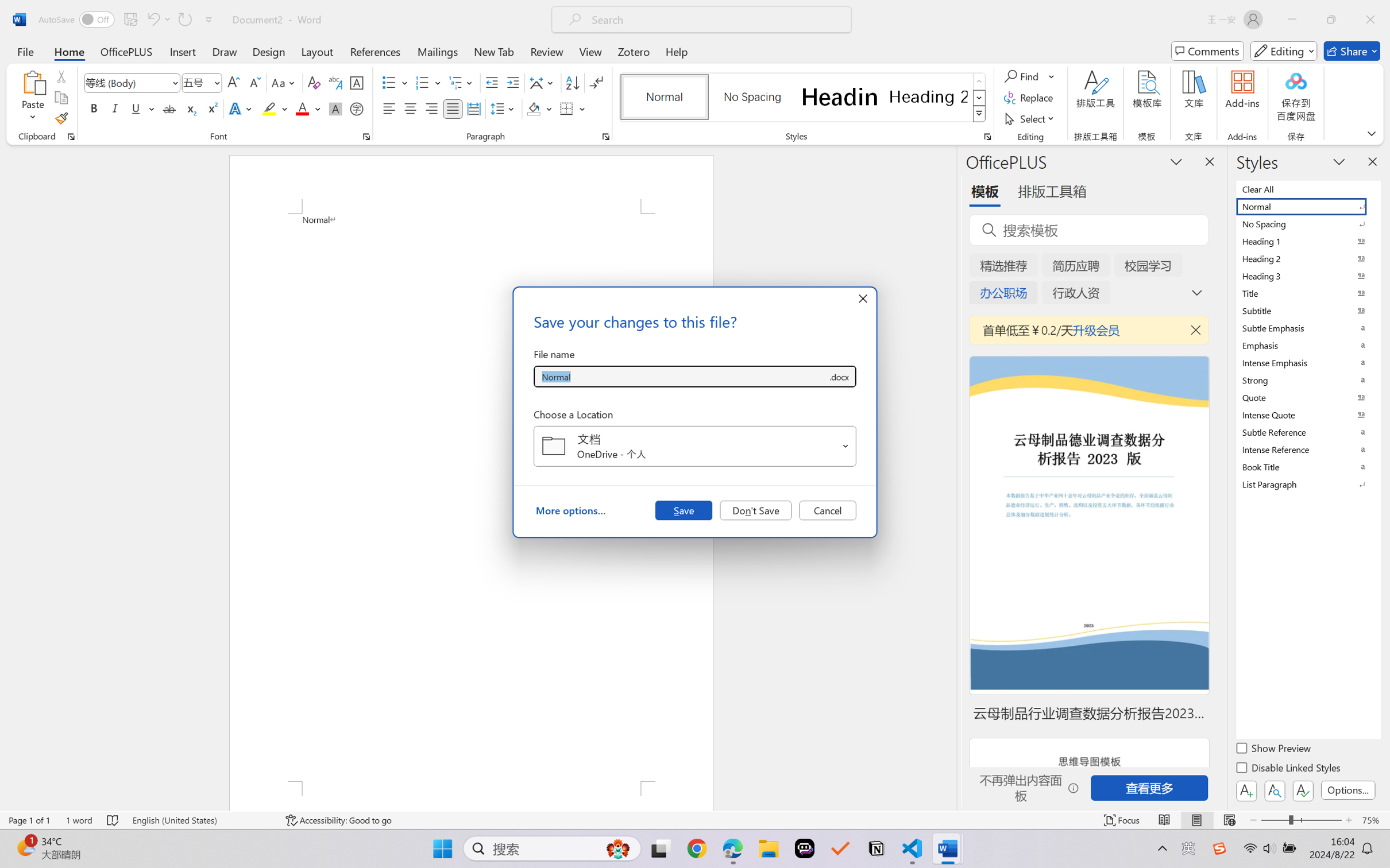  What do you see at coordinates (1307, 414) in the screenshot?
I see `'Intense Quote'` at bounding box center [1307, 414].